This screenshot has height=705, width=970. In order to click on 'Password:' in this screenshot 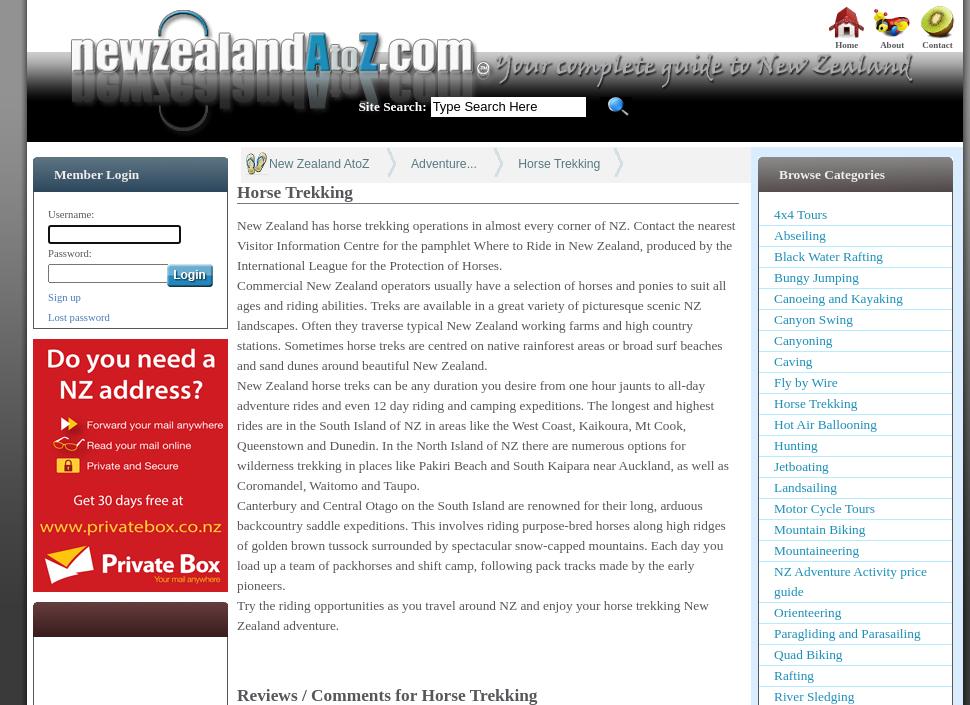, I will do `click(48, 253)`.